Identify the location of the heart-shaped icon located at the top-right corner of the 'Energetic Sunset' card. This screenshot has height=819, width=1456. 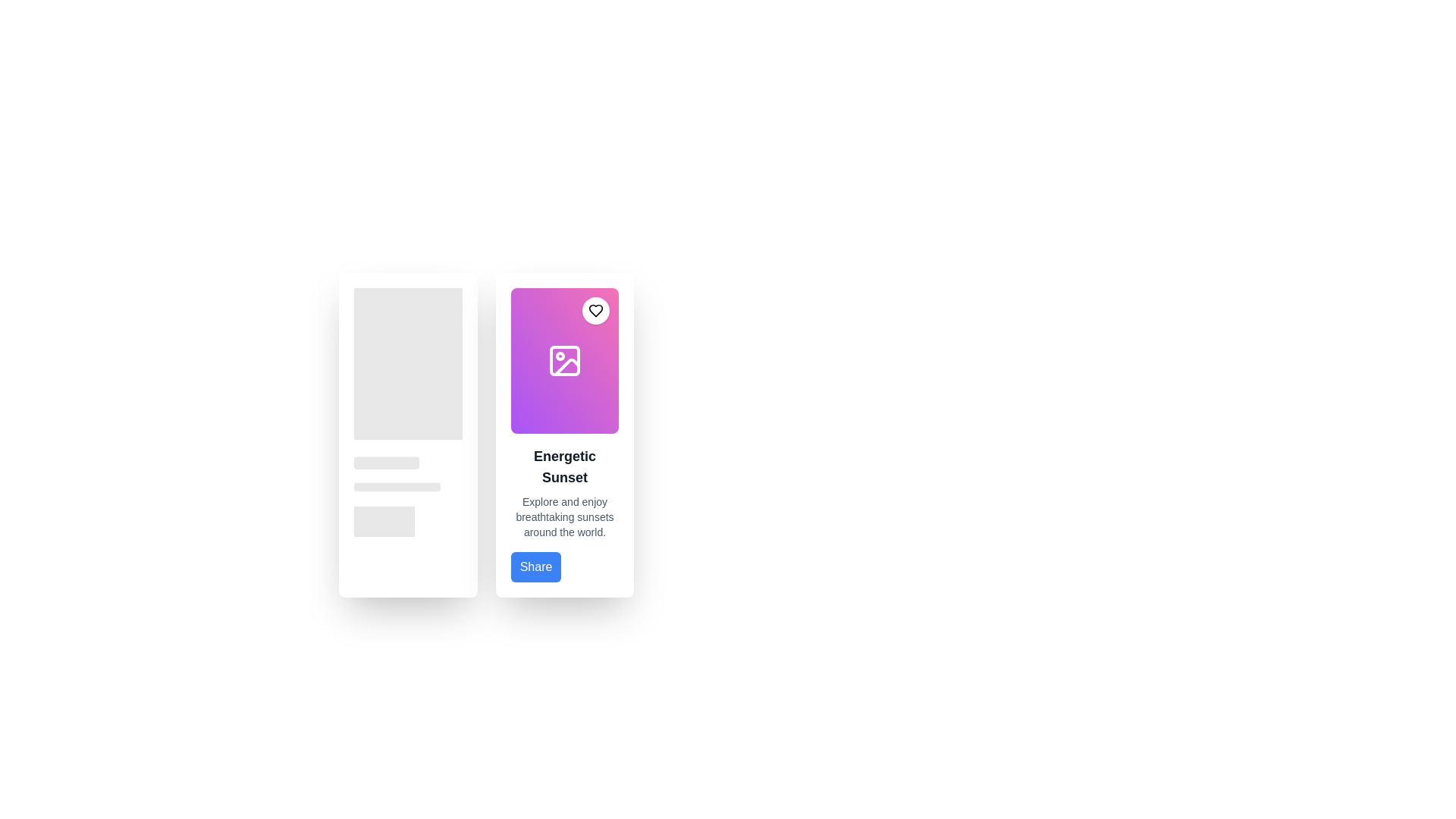
(595, 309).